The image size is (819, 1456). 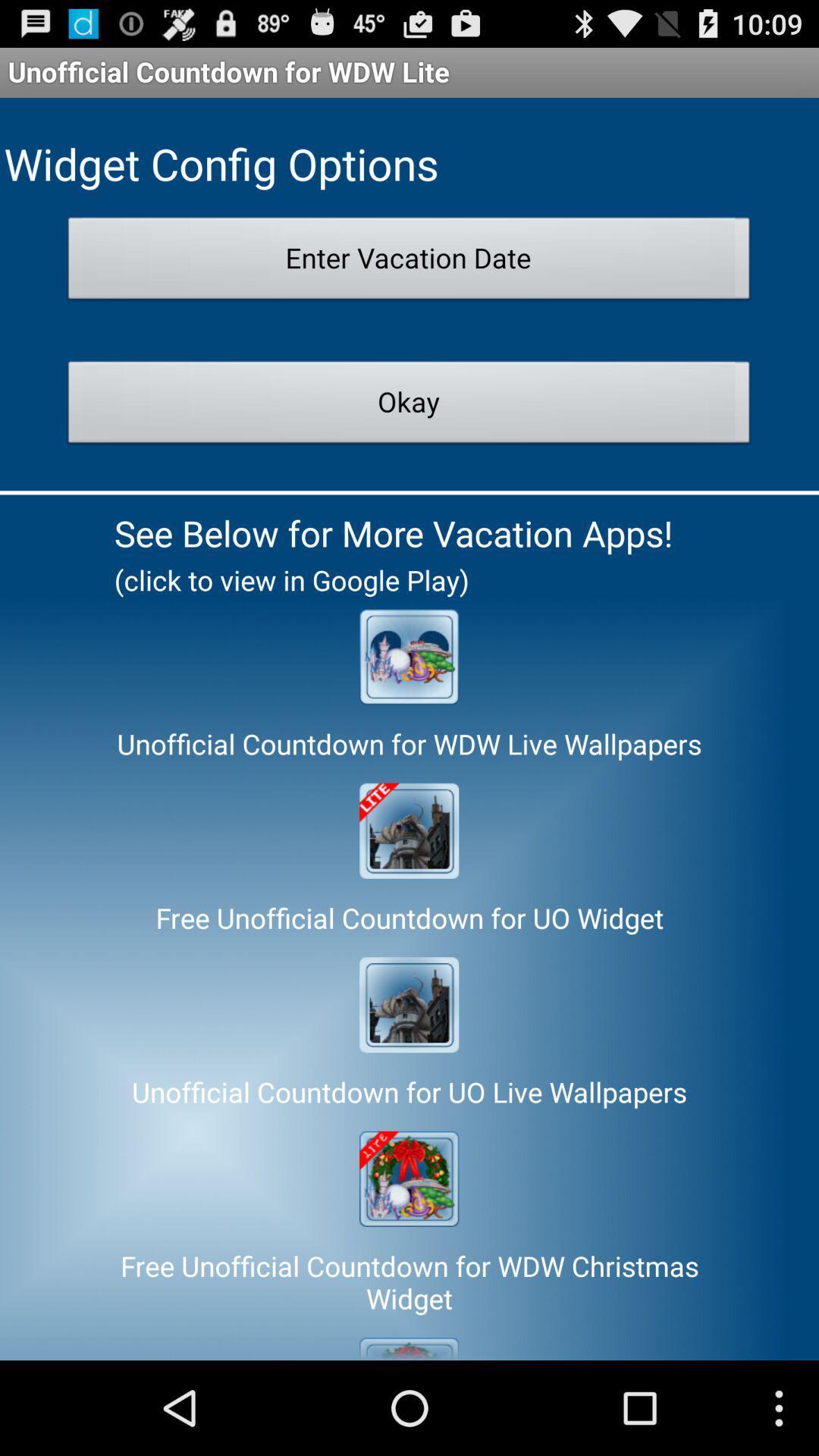 I want to click on the okay item, so click(x=408, y=406).